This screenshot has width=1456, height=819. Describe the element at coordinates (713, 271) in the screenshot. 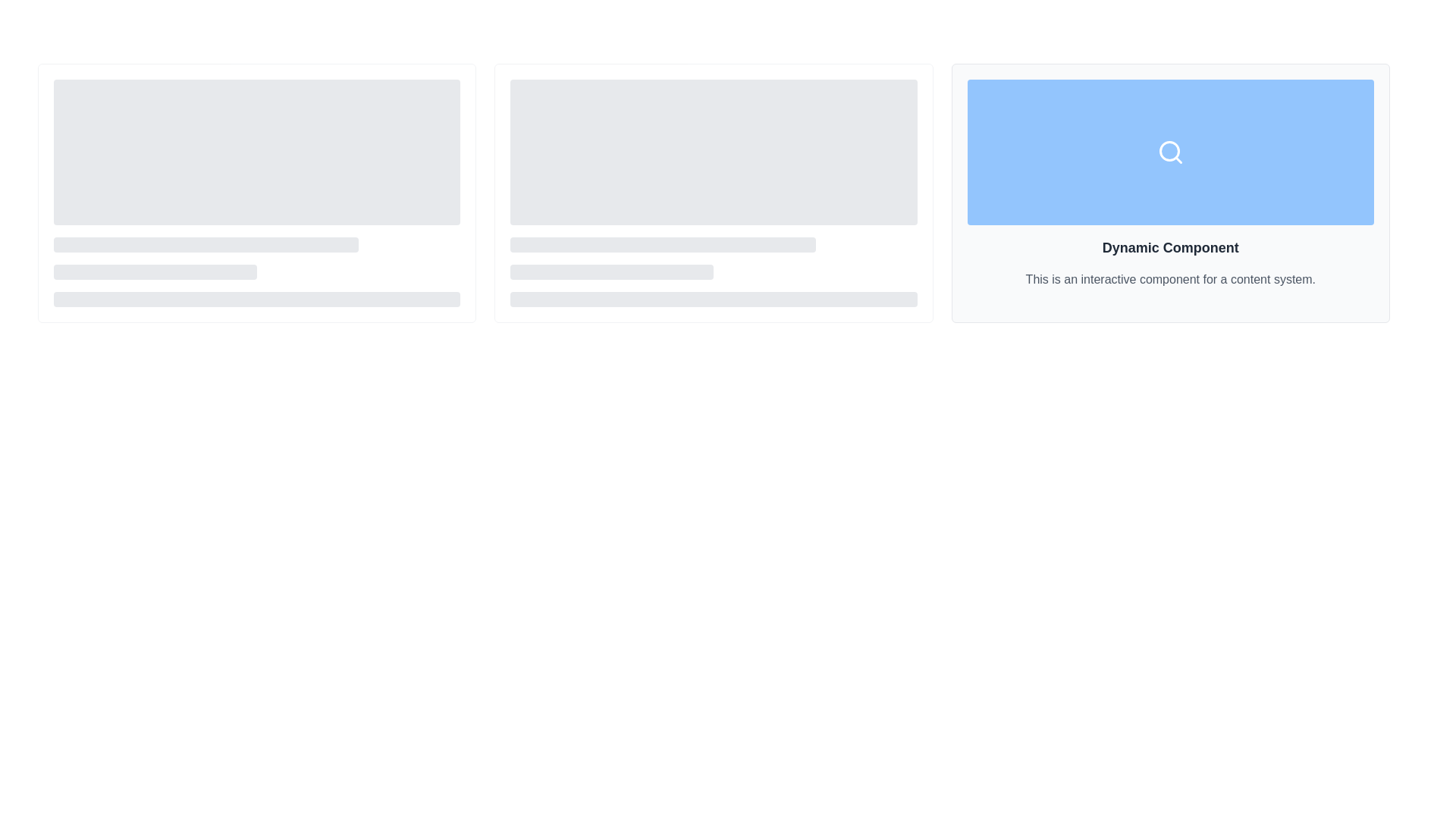

I see `the visual loading skeleton element located at the lower portion of the center card in a three-card layout interface` at that location.